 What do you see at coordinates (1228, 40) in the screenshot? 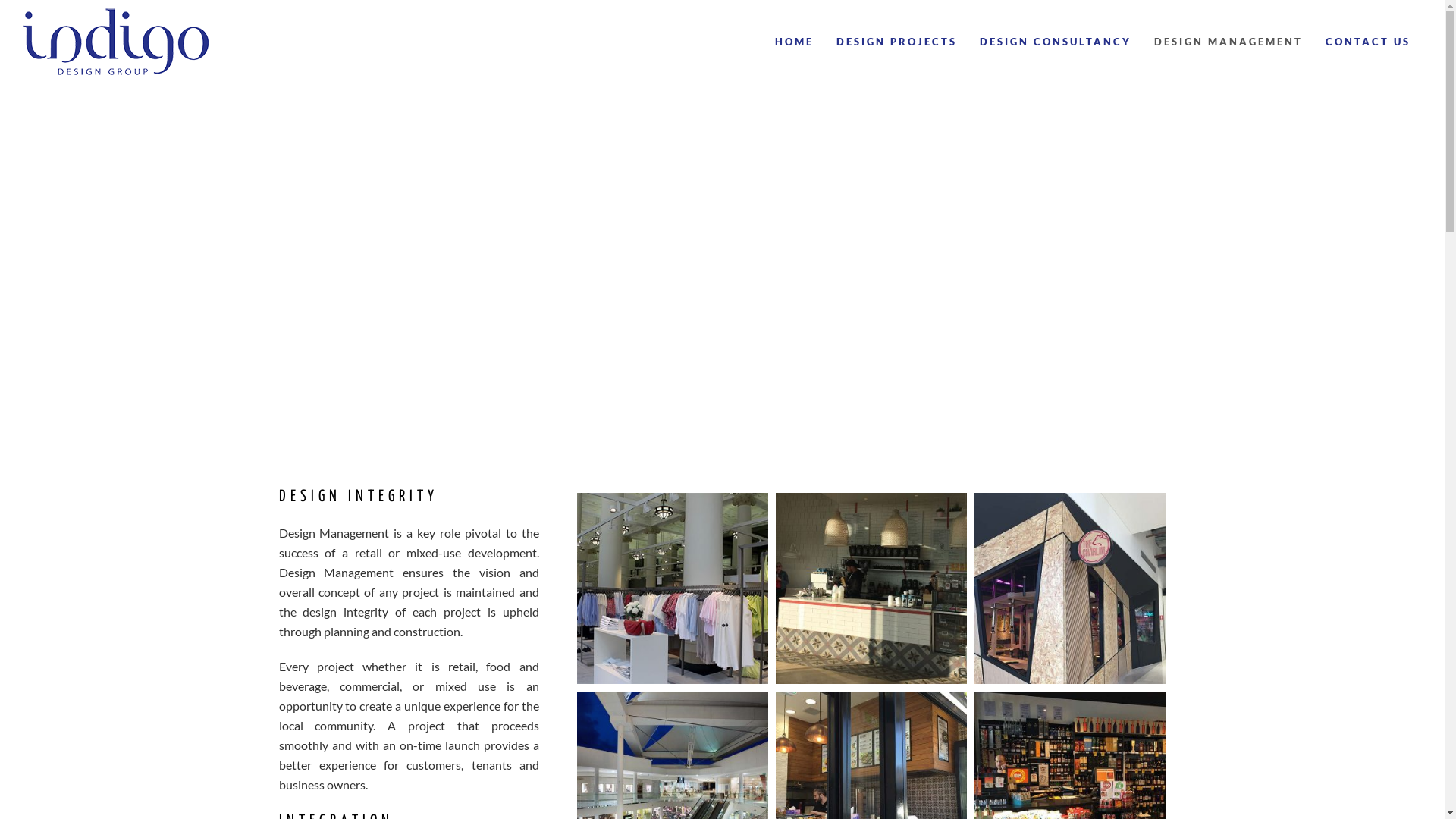
I see `'DESIGN MANAGEMENT'` at bounding box center [1228, 40].